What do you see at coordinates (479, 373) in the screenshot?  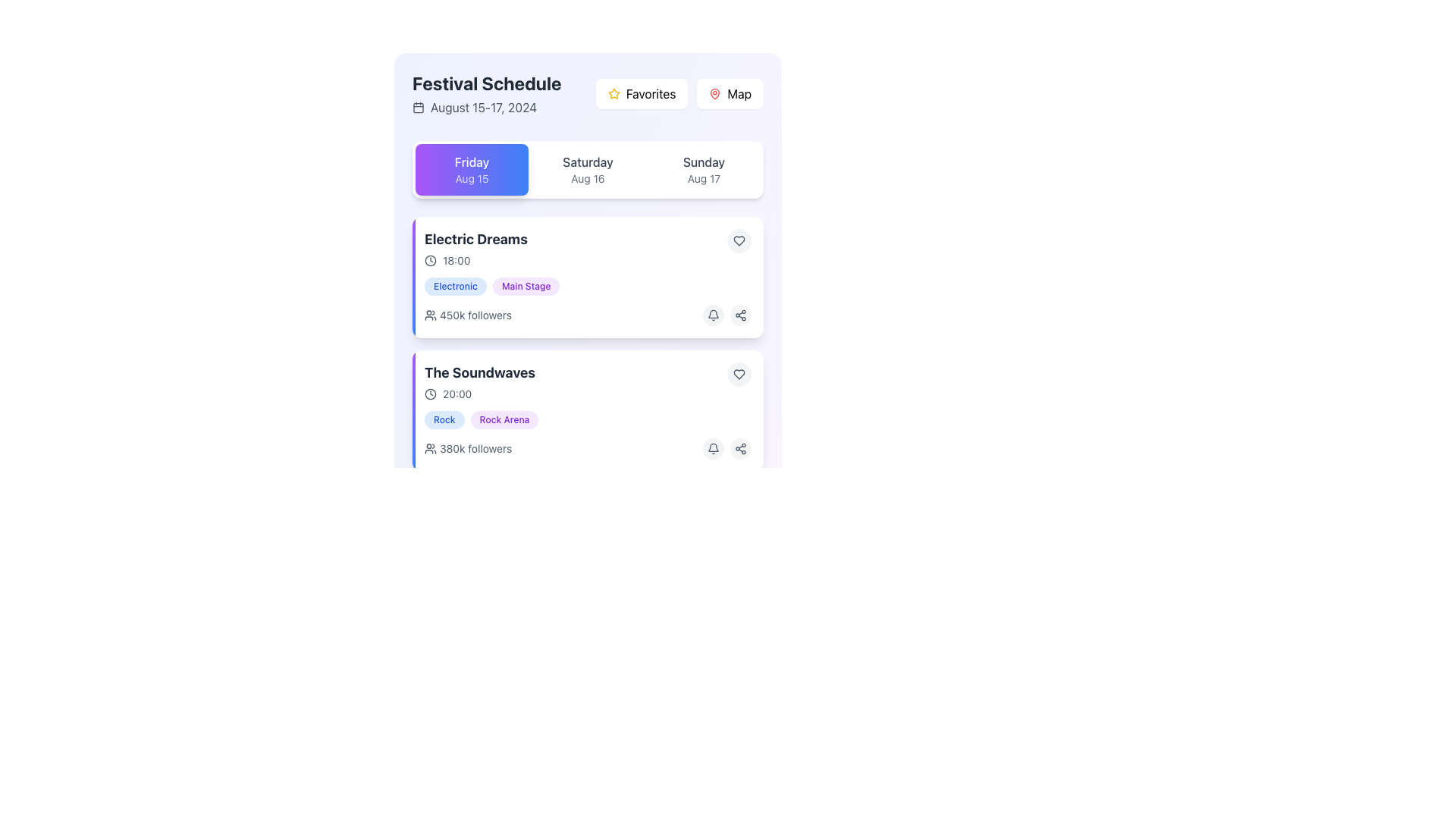 I see `text from the label displaying 'The Soundwaves' located above the time '20:00' in the second list item of the schedule section` at bounding box center [479, 373].